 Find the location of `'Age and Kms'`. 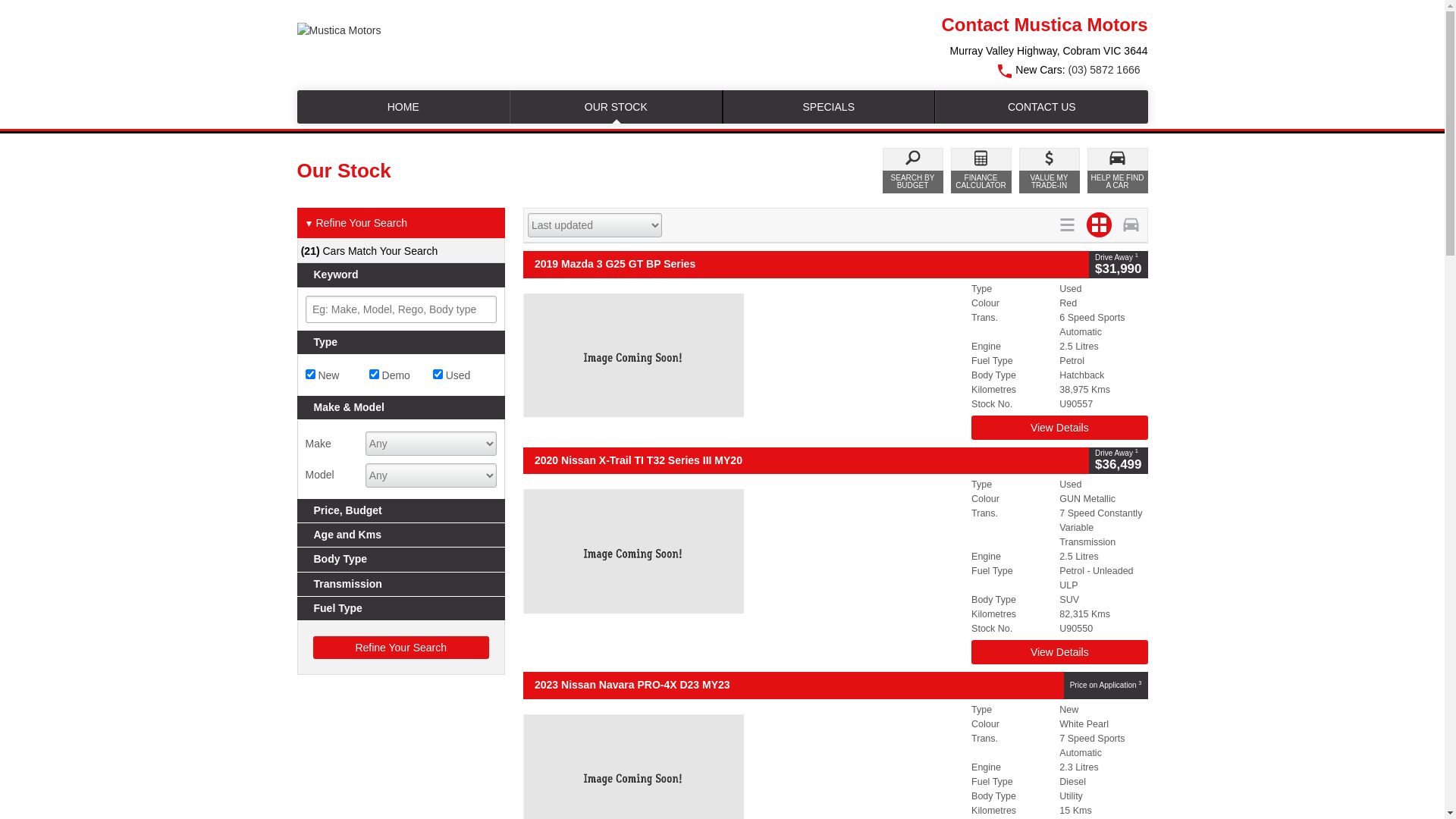

'Age and Kms' is located at coordinates (401, 534).